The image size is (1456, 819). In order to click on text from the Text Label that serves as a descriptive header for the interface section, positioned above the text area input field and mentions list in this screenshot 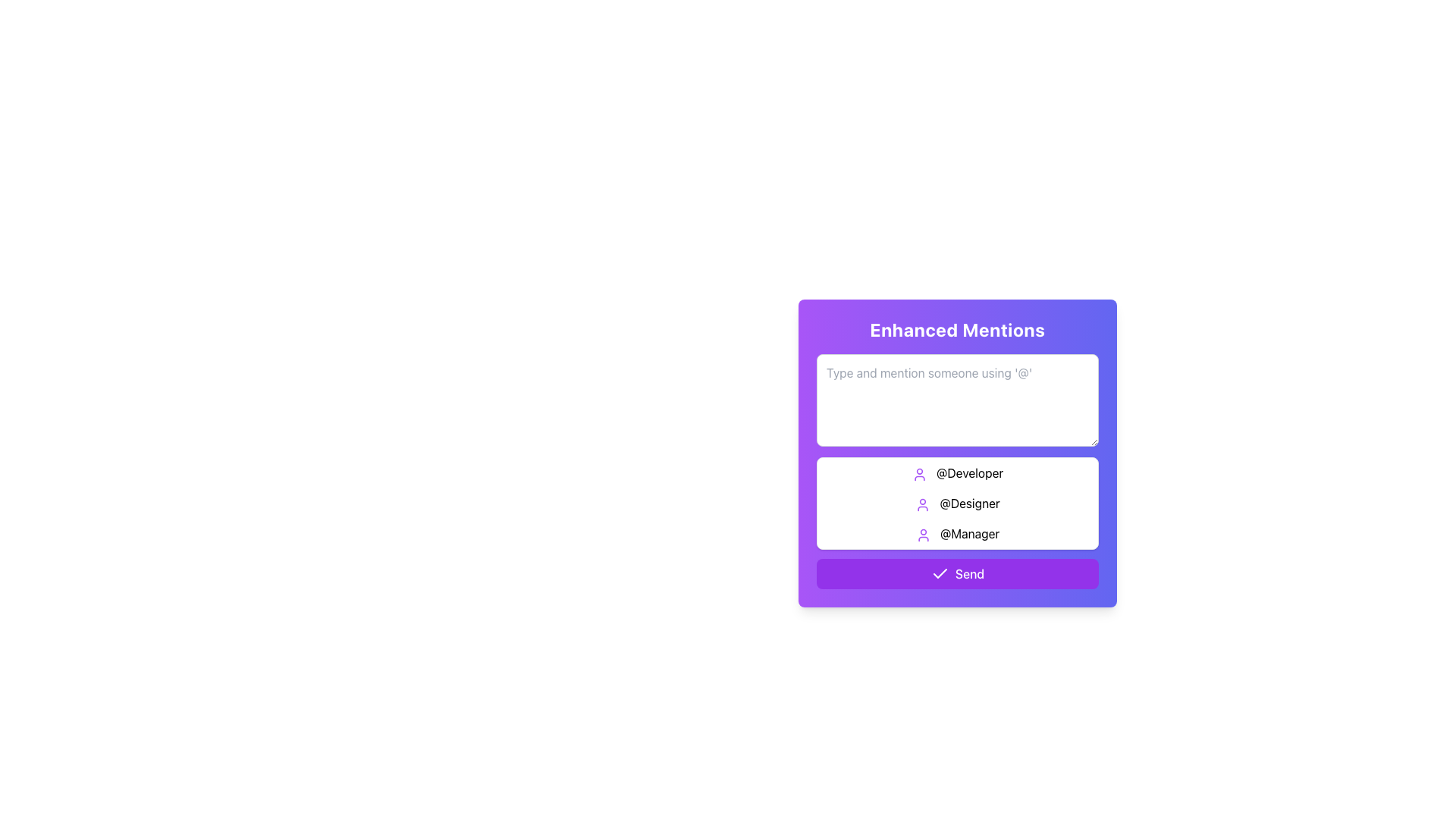, I will do `click(956, 329)`.